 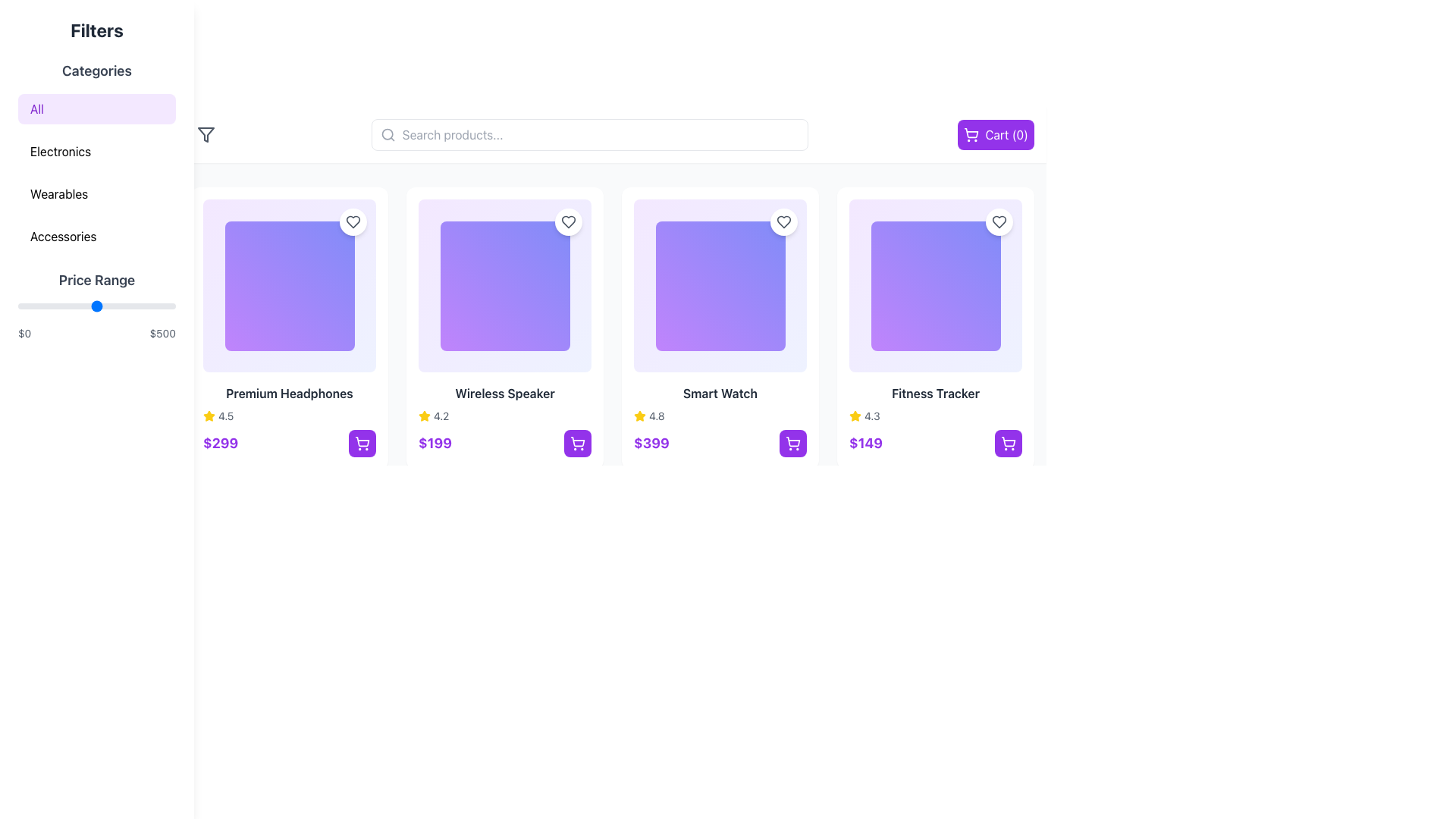 I want to click on price information displayed in the large, bold, purple-colored text label showing '$399' located underneath the product image of the 'Smart Watch' card, so click(x=651, y=444).